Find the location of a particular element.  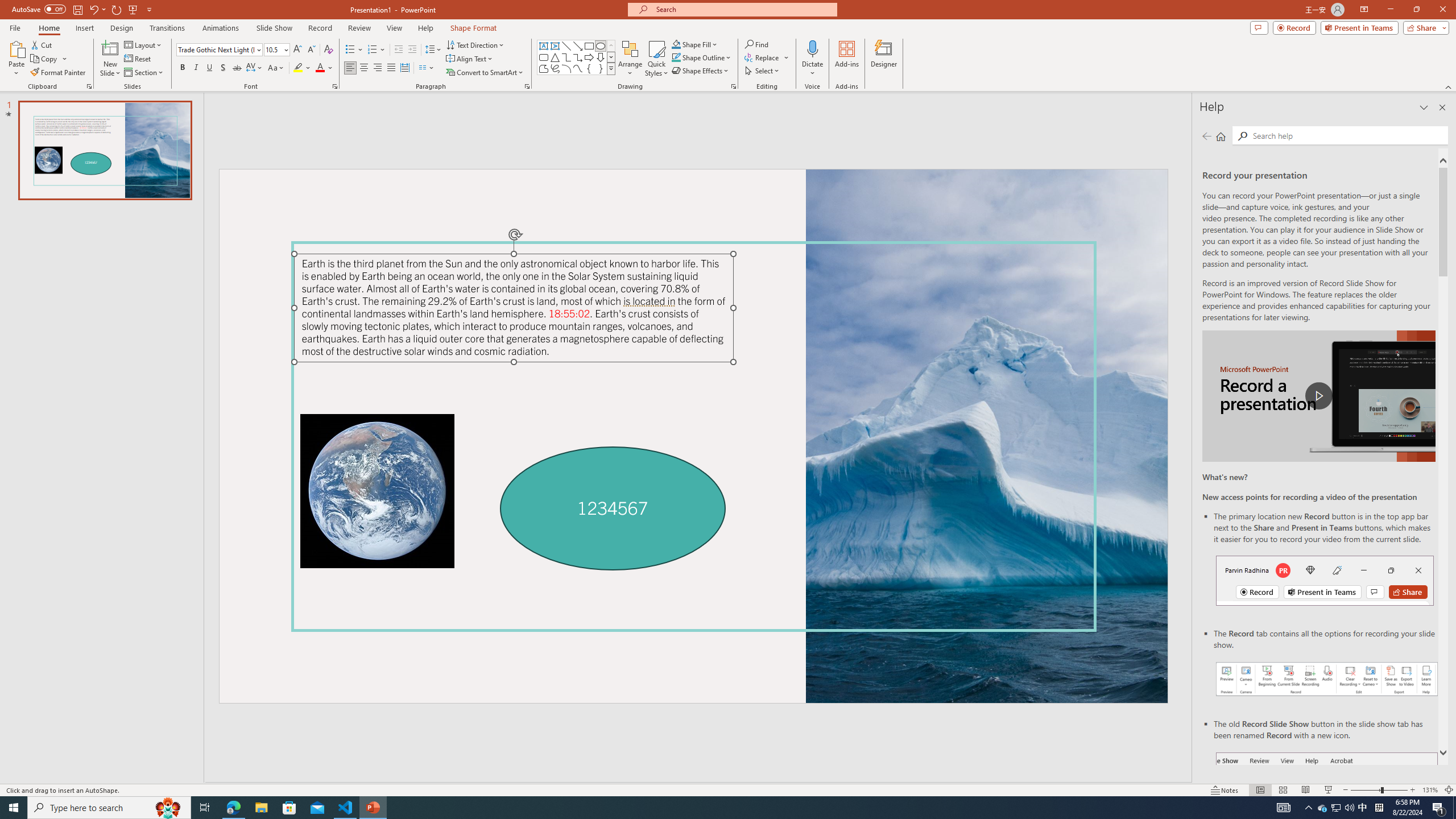

'Decrease Font Size' is located at coordinates (311, 49).